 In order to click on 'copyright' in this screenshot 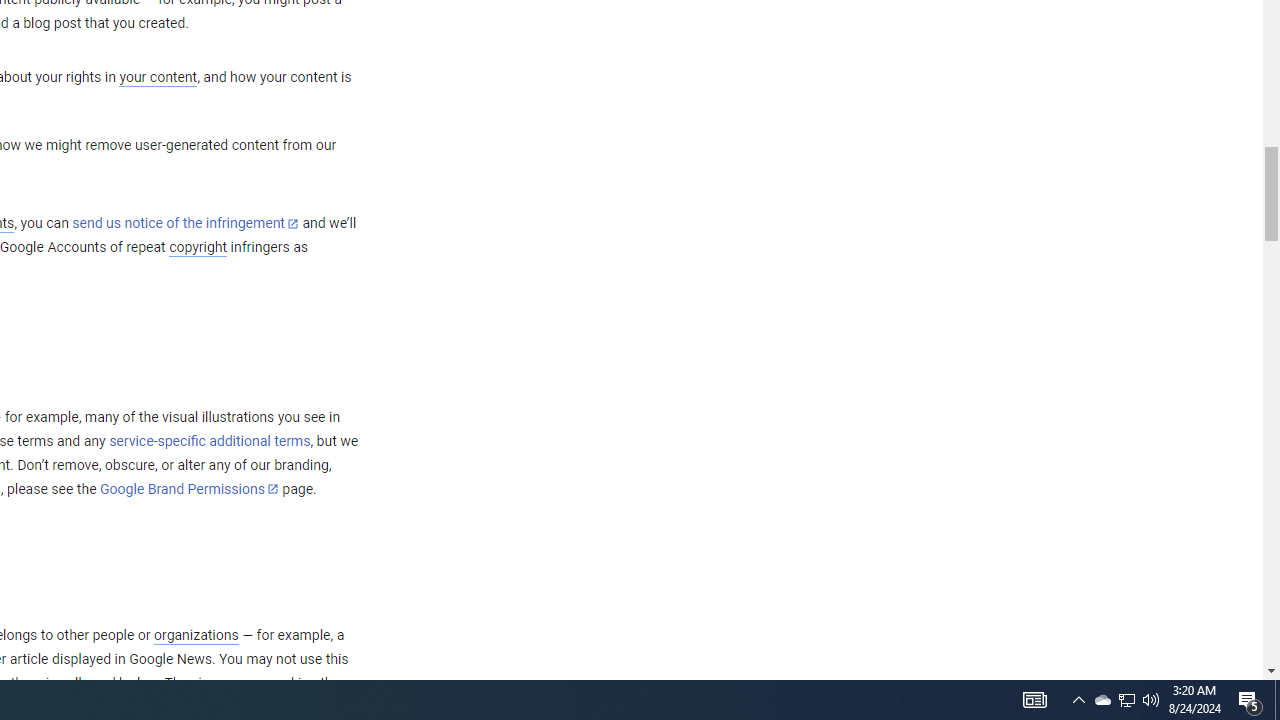, I will do `click(198, 247)`.